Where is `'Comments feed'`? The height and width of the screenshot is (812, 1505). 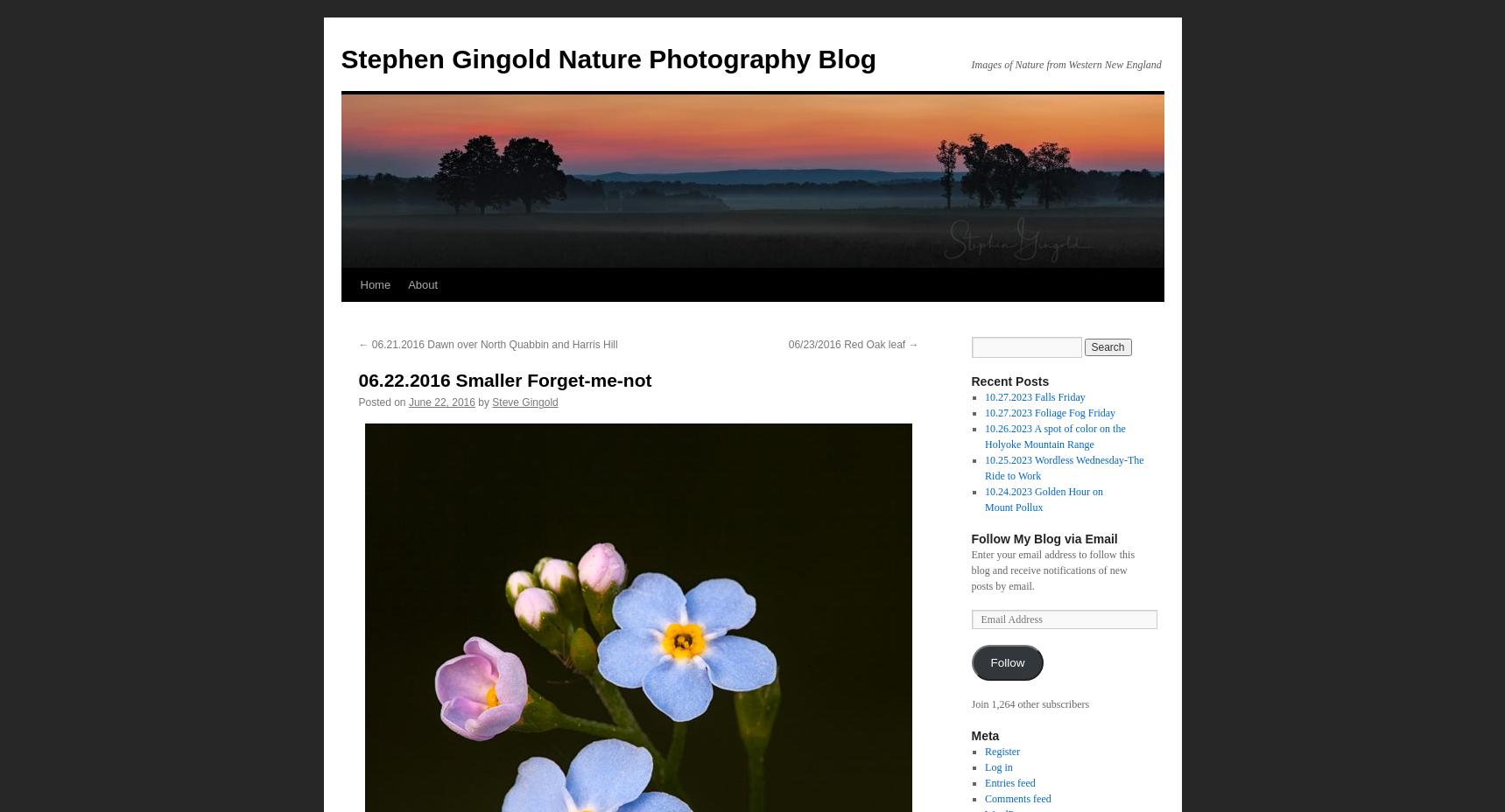 'Comments feed' is located at coordinates (1016, 798).